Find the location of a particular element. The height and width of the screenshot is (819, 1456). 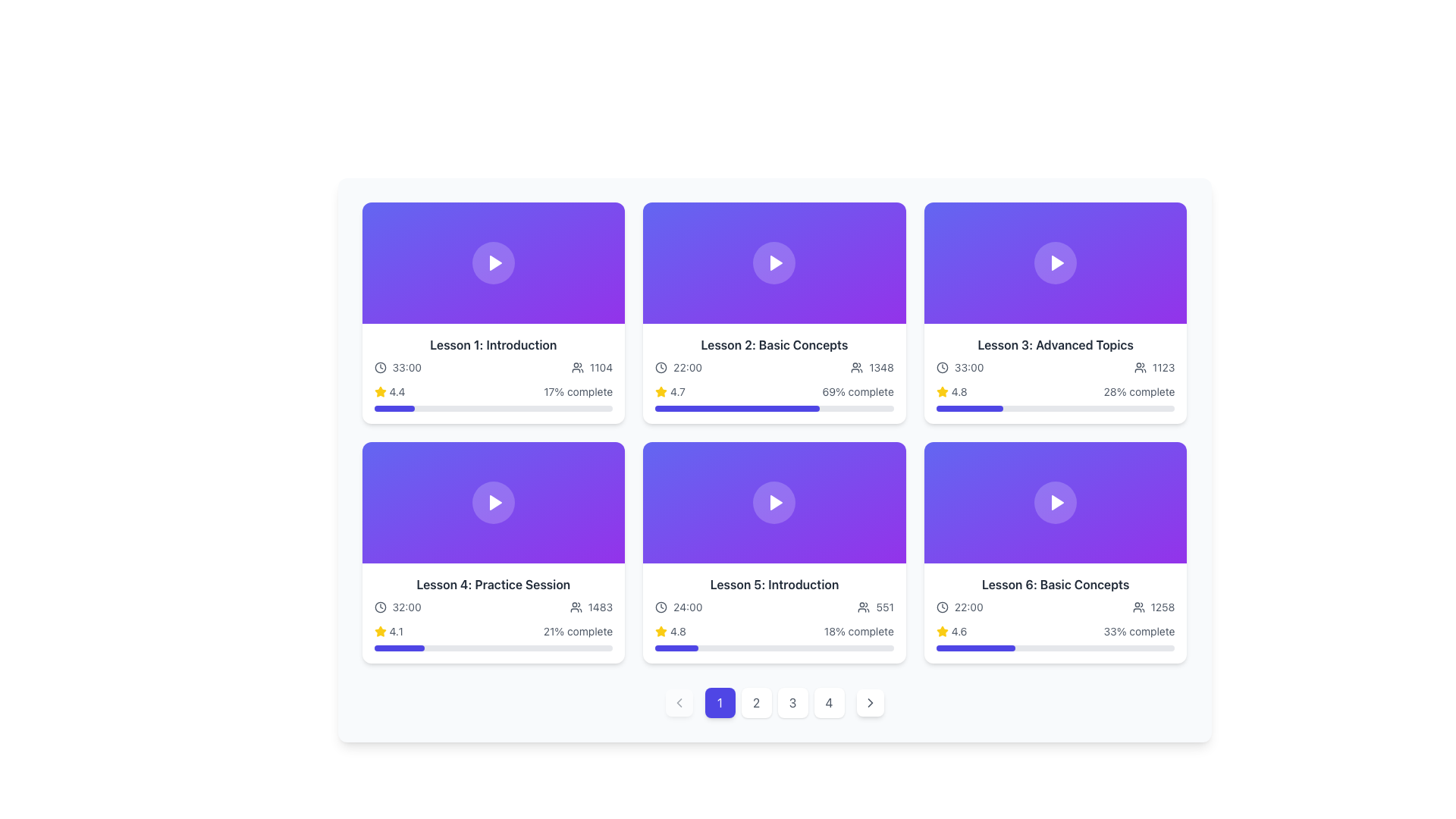

the play button located centrally within the card for 'Lesson 3: Advanced Topics' is located at coordinates (1055, 262).